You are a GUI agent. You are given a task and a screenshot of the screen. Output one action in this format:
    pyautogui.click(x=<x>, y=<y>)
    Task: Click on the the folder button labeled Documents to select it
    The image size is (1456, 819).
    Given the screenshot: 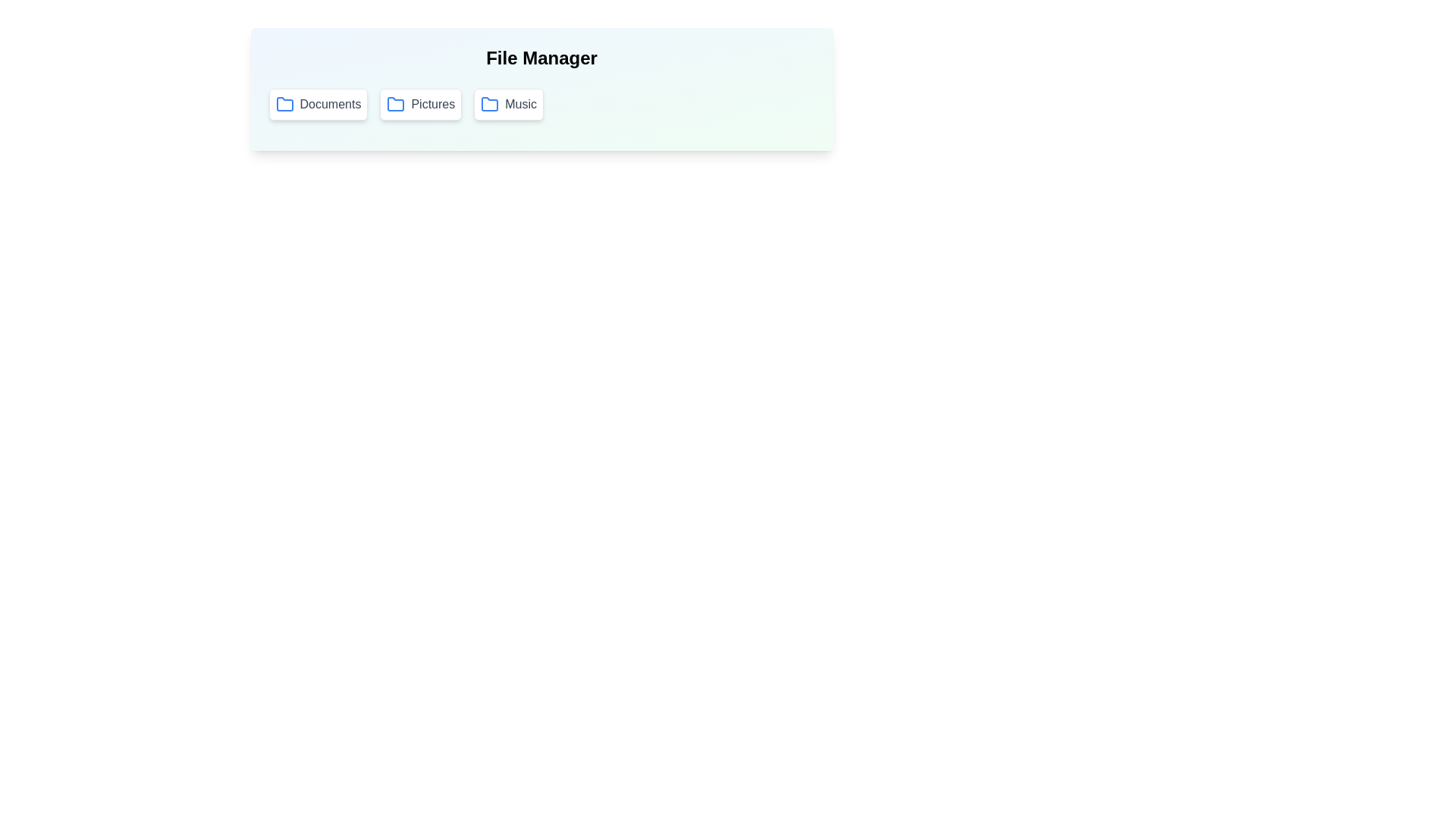 What is the action you would take?
    pyautogui.click(x=317, y=104)
    